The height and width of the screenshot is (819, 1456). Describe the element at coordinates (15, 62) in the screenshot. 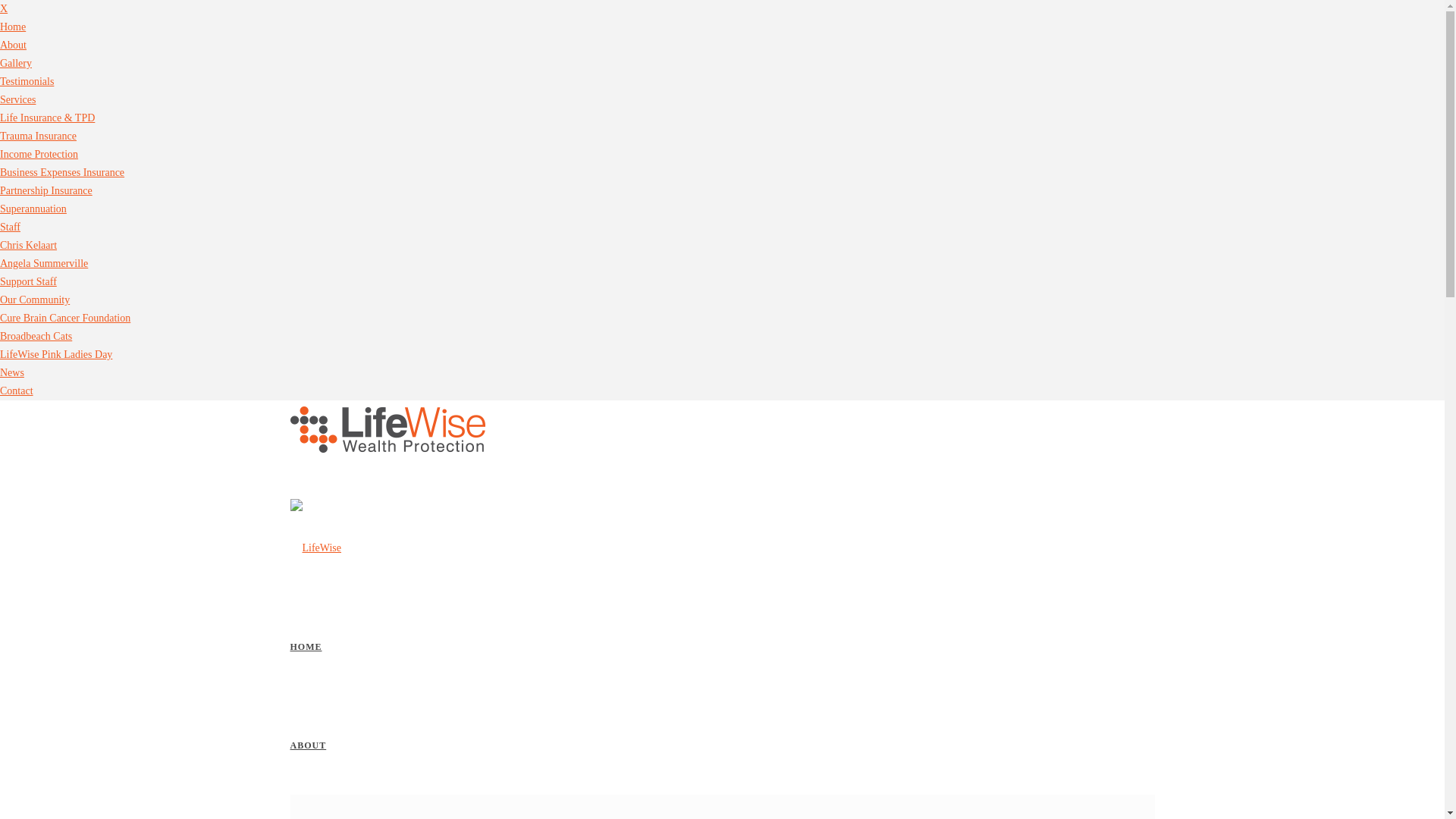

I see `'Gallery'` at that location.